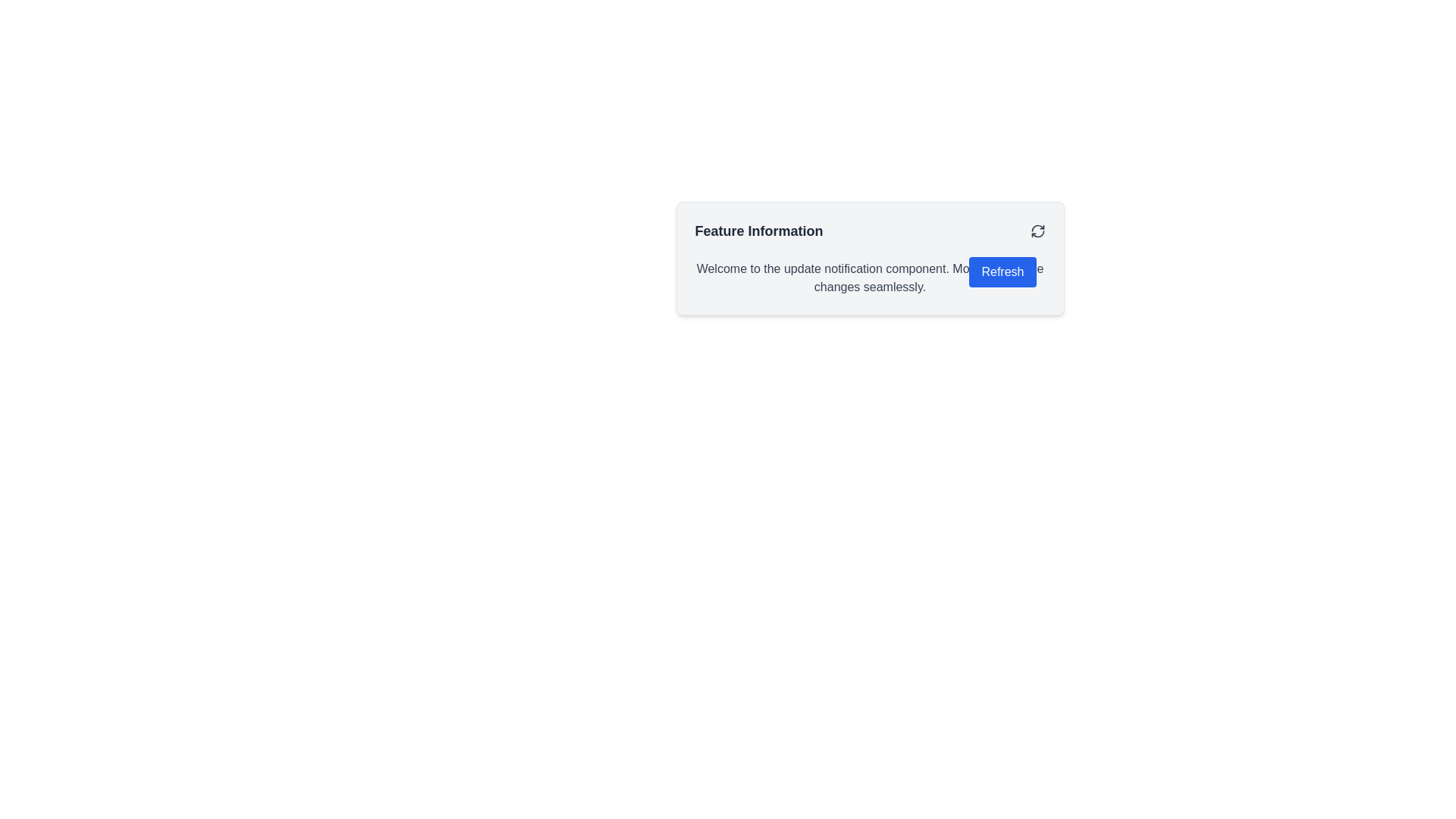 This screenshot has height=819, width=1456. Describe the element at coordinates (1003, 271) in the screenshot. I see `the 'Refresh' button, which is a rectangular button with a blue background and white text, located at the bottom-right corner of the notification panel, to observe the styling change` at that location.